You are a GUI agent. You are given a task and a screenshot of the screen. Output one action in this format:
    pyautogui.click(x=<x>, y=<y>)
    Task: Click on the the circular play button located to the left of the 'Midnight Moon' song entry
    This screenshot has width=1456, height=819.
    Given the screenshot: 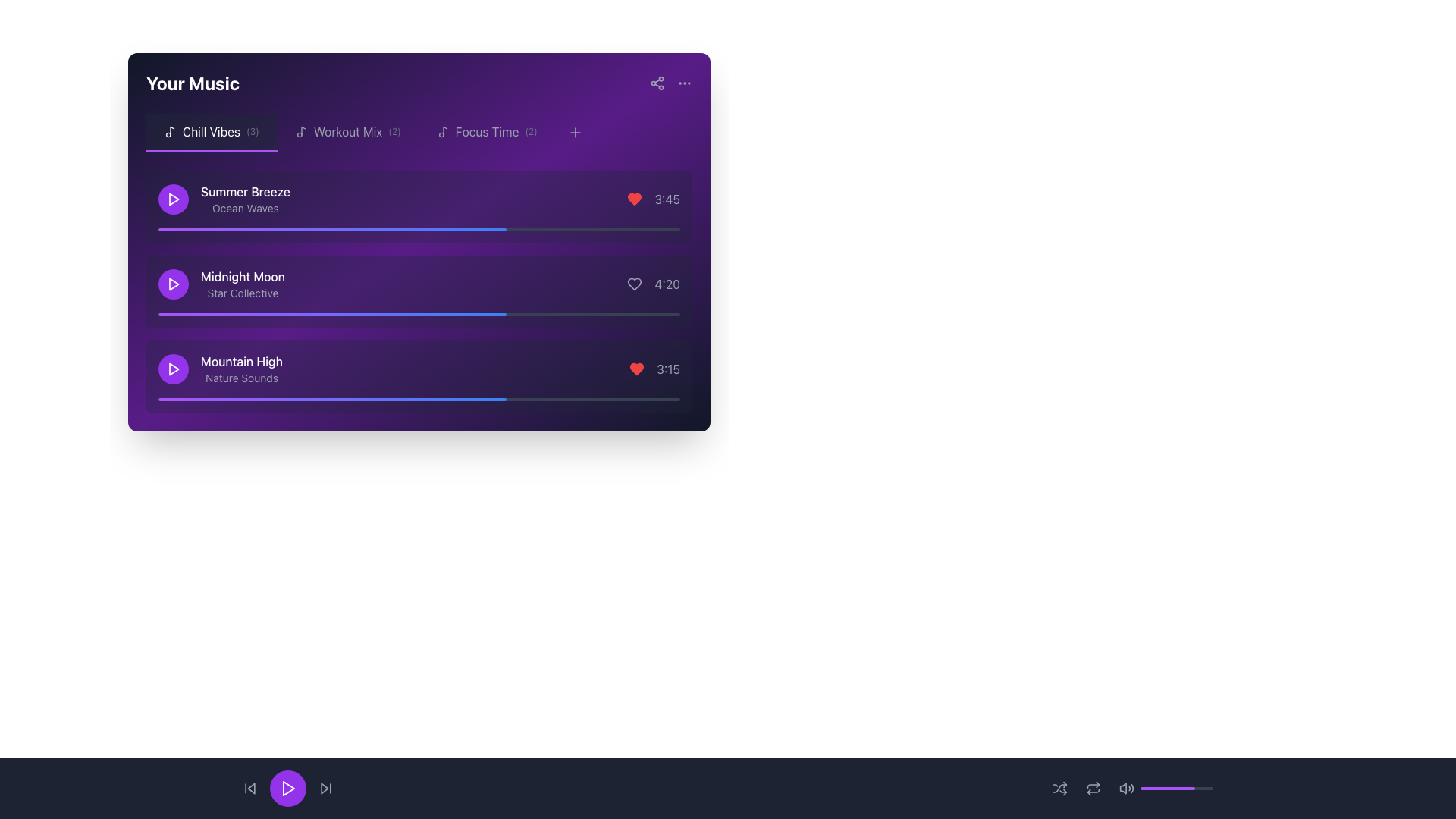 What is the action you would take?
    pyautogui.click(x=174, y=284)
    